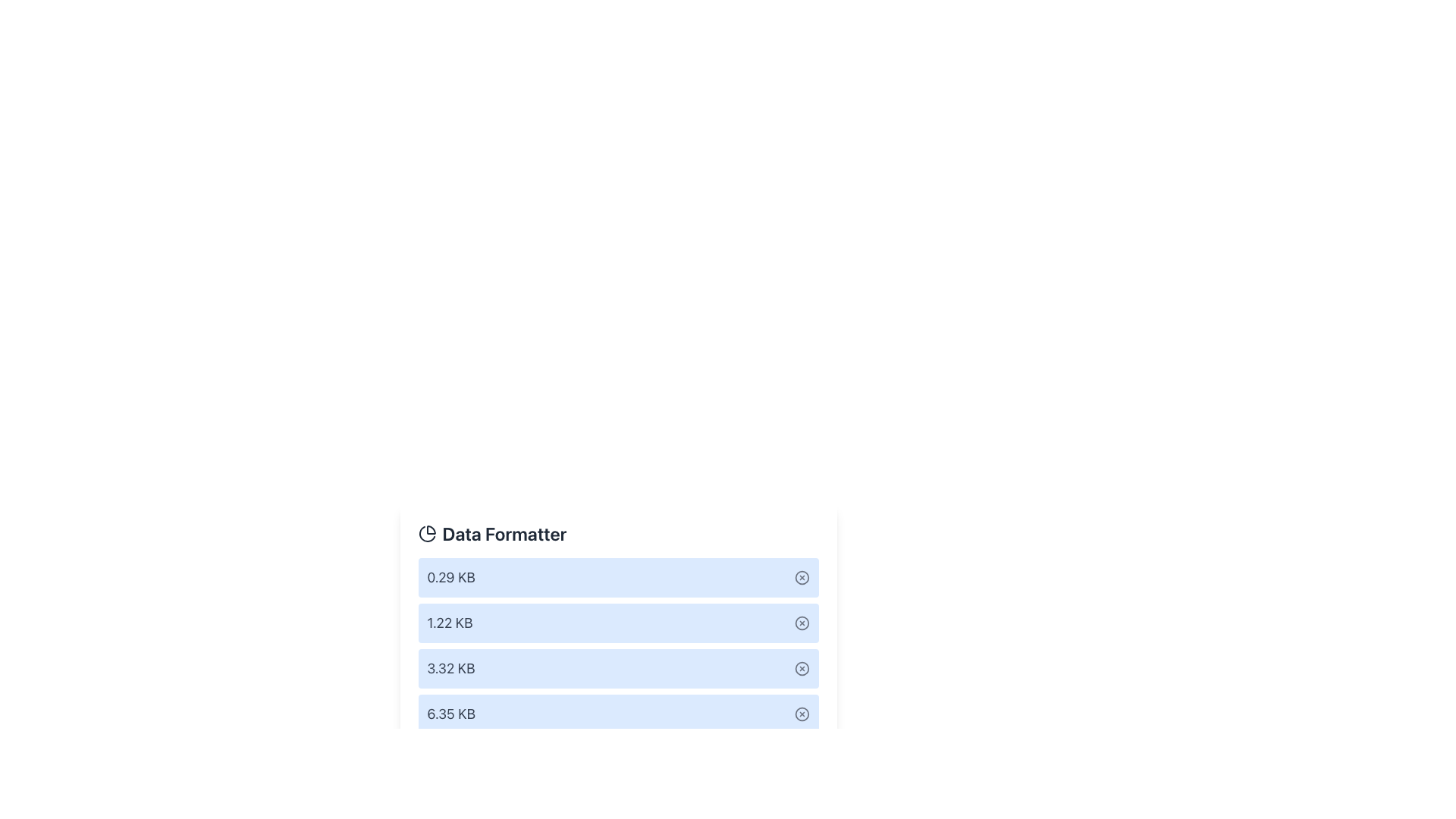 This screenshot has width=1456, height=819. Describe the element at coordinates (801, 623) in the screenshot. I see `the outer circle component of the close or cancel icon located on the right side of the third row in the data listing UI` at that location.